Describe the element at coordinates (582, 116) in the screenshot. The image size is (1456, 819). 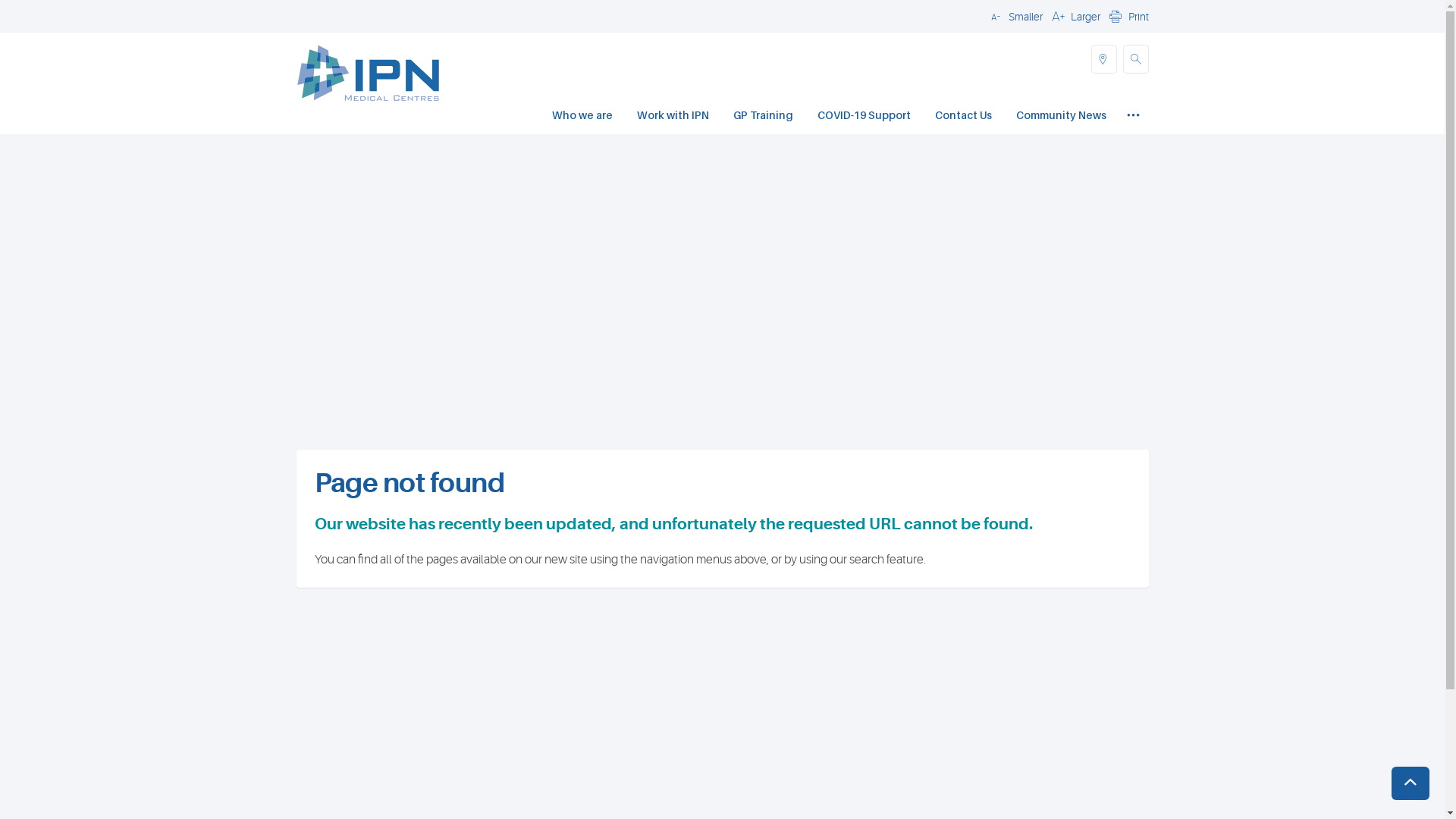
I see `'Who we are'` at that location.